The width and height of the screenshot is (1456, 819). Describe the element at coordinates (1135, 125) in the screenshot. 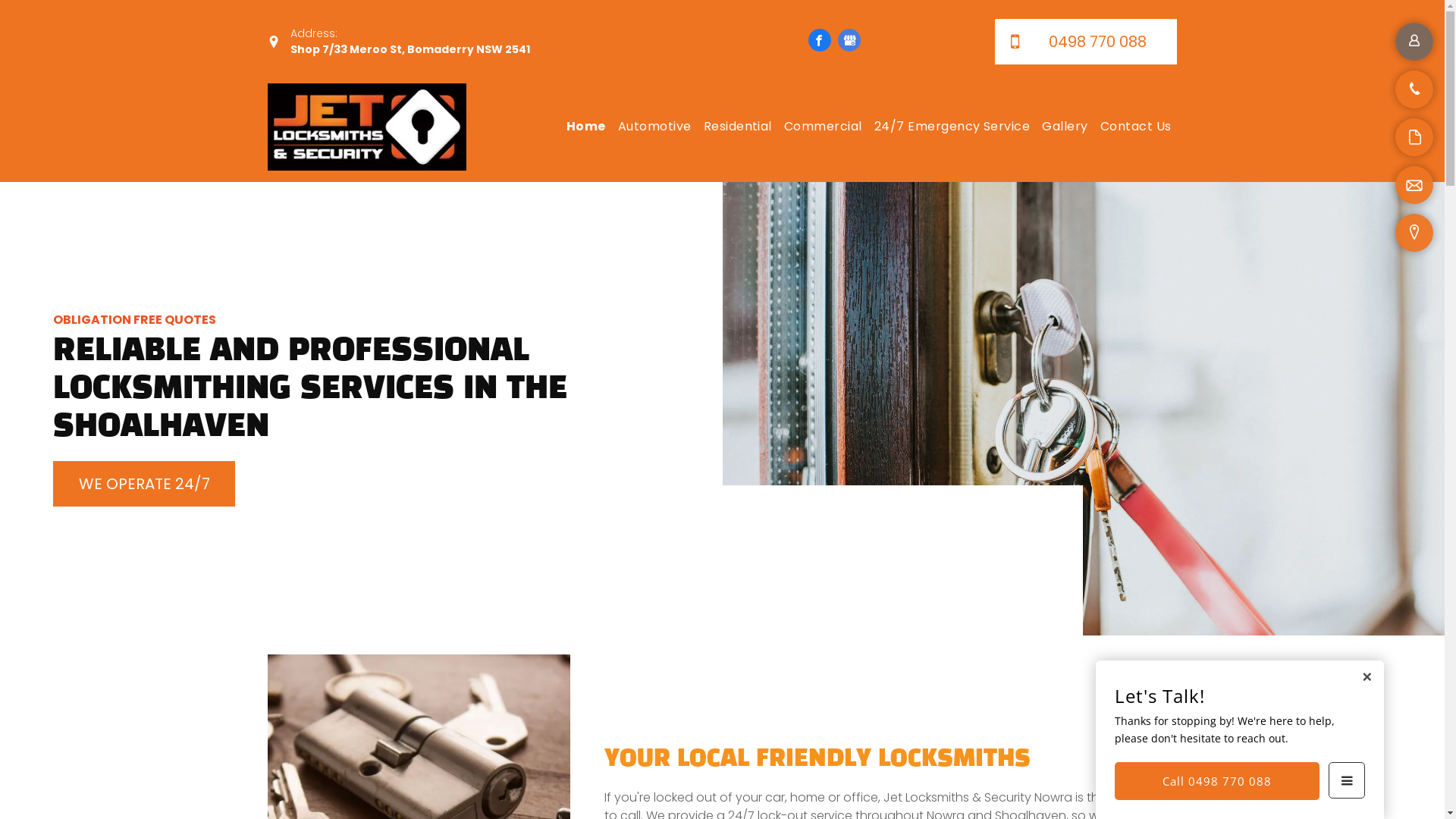

I see `'Contact Us'` at that location.